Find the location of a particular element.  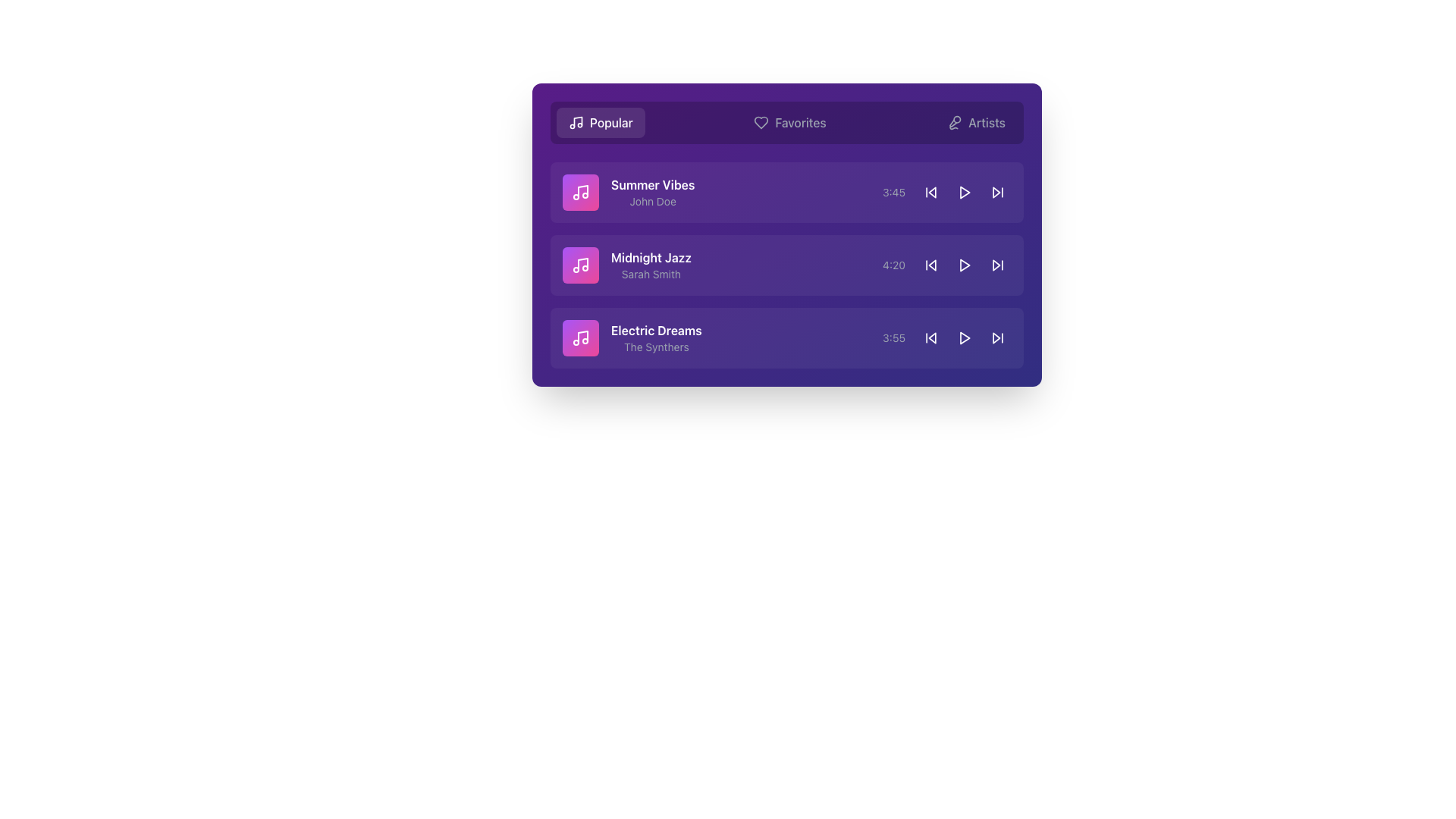

the circular button with a backward navigation icon, located at the right end of the 'Summer Vibes' music track listing by 'John Doe', to skip backward is located at coordinates (930, 192).